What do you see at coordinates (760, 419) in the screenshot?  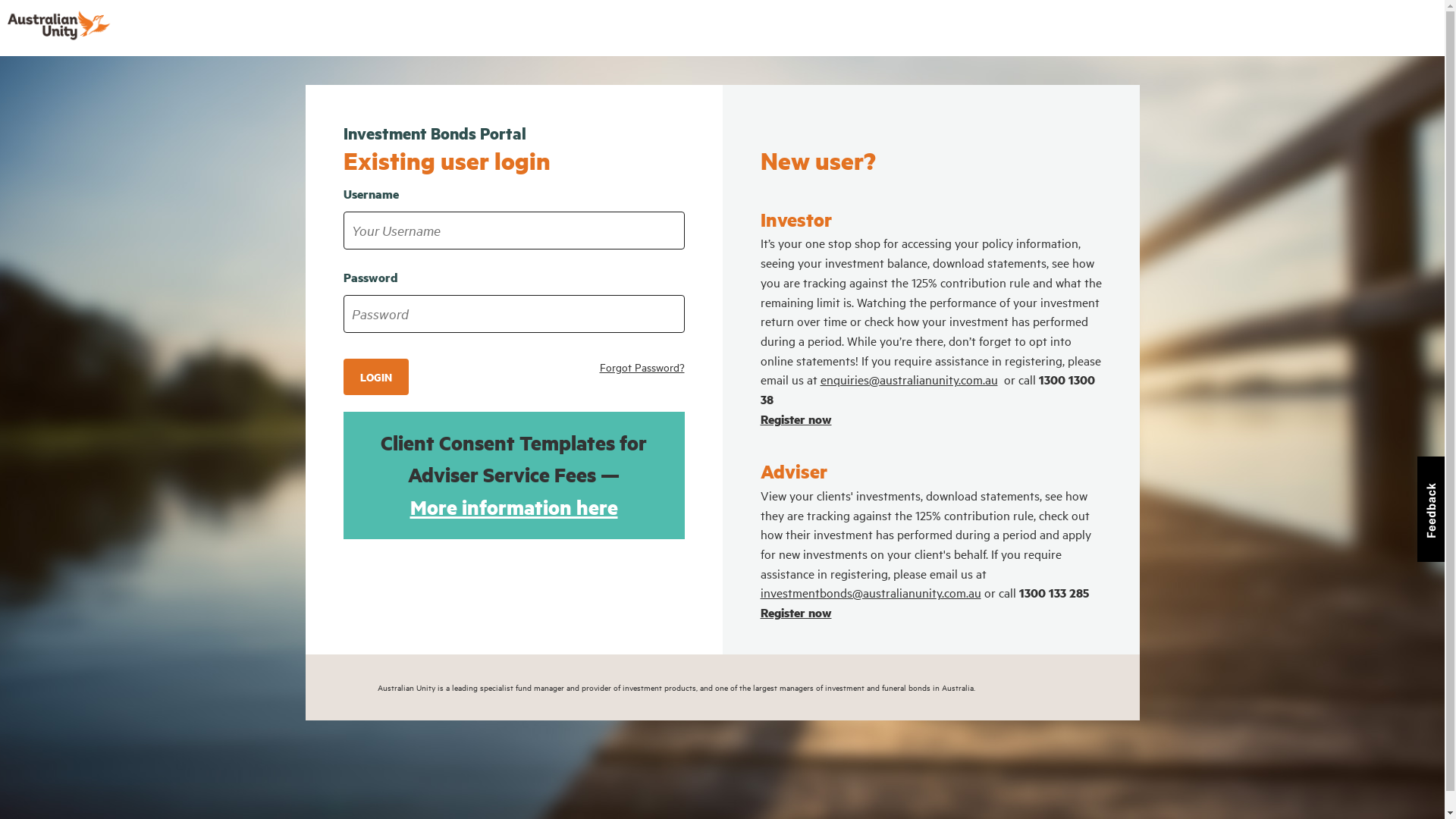 I see `'Register now'` at bounding box center [760, 419].